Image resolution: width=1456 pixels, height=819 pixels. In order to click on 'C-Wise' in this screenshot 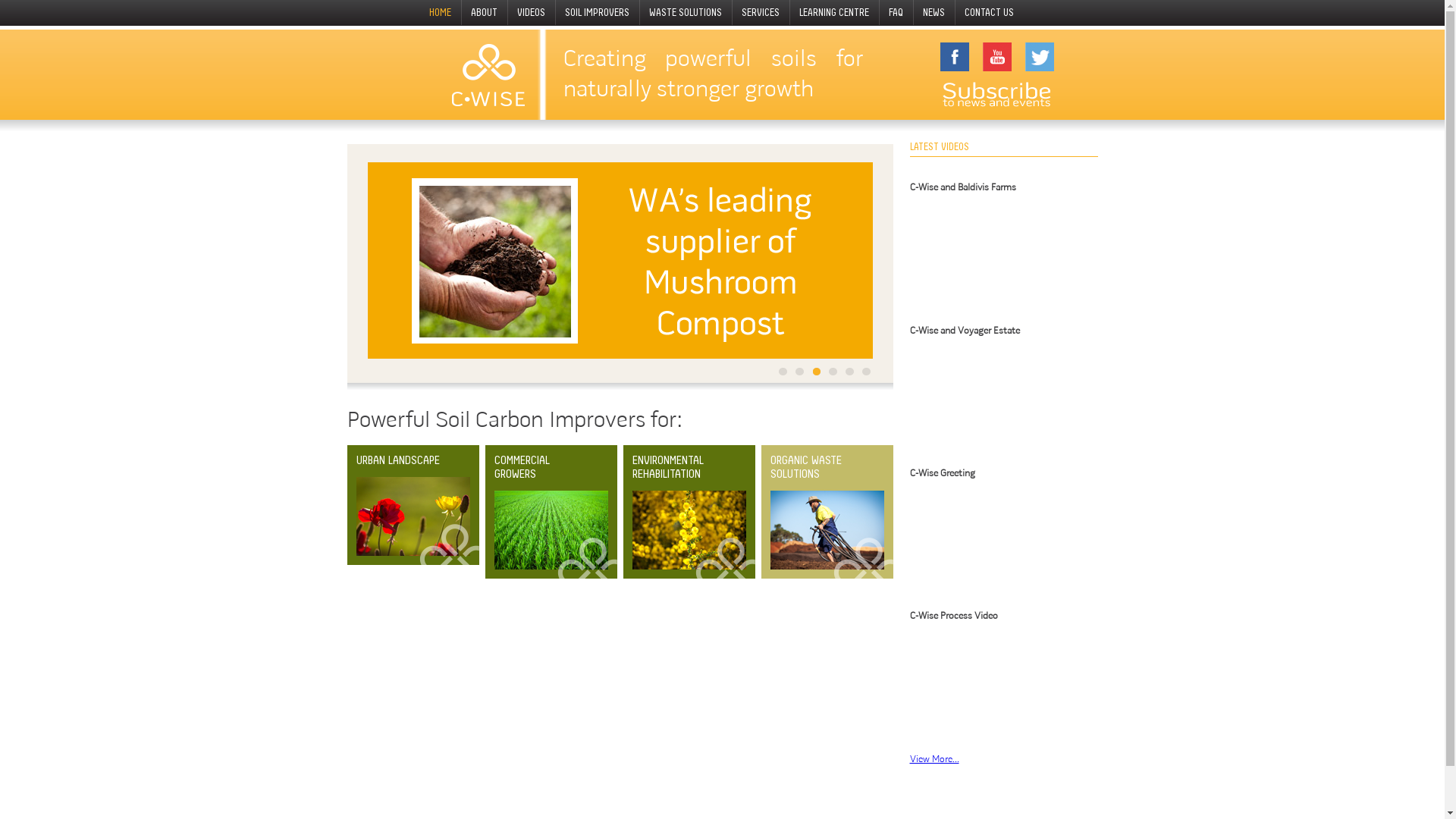, I will do `click(488, 74)`.